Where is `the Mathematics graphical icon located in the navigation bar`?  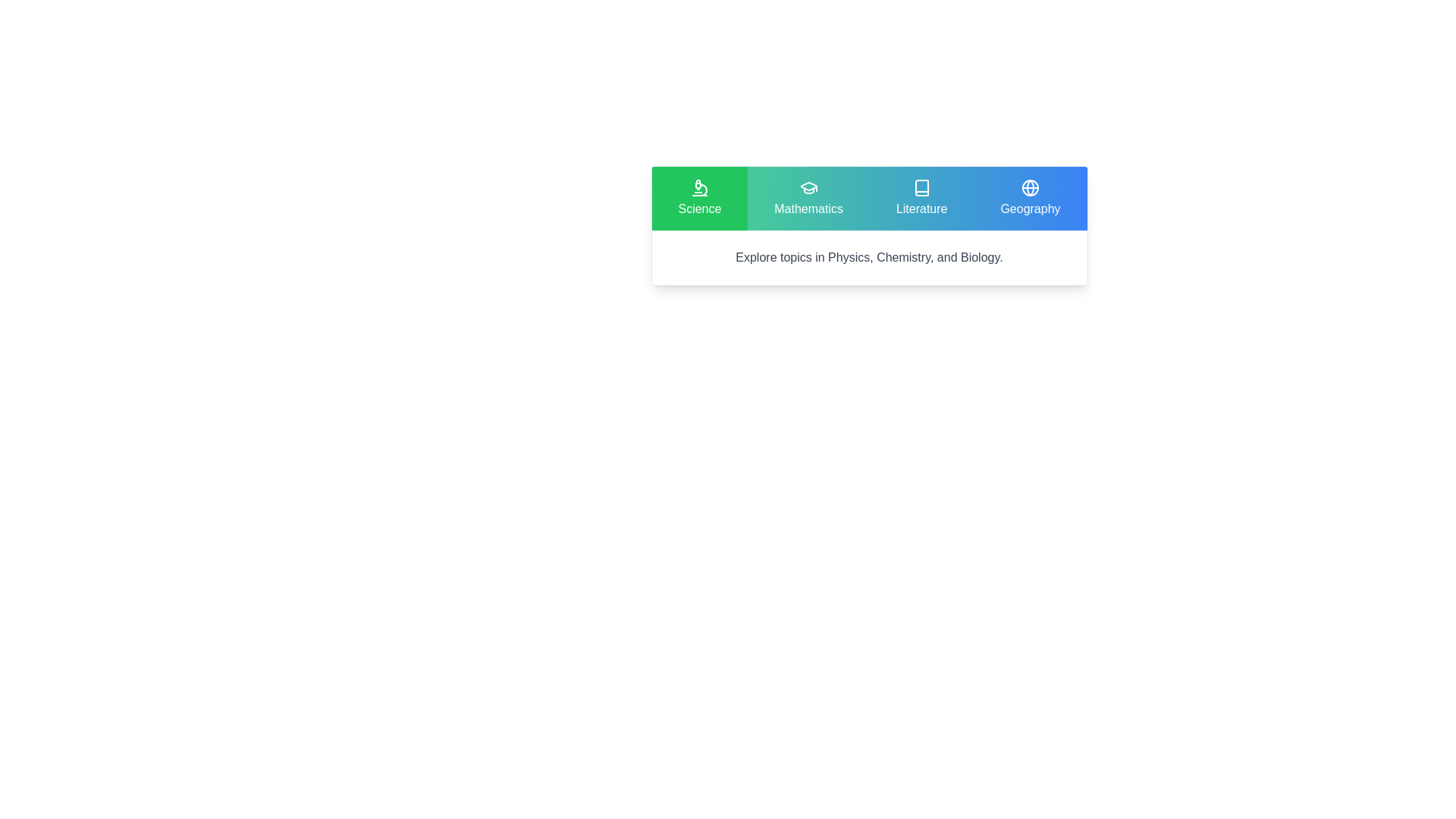
the Mathematics graphical icon located in the navigation bar is located at coordinates (808, 187).